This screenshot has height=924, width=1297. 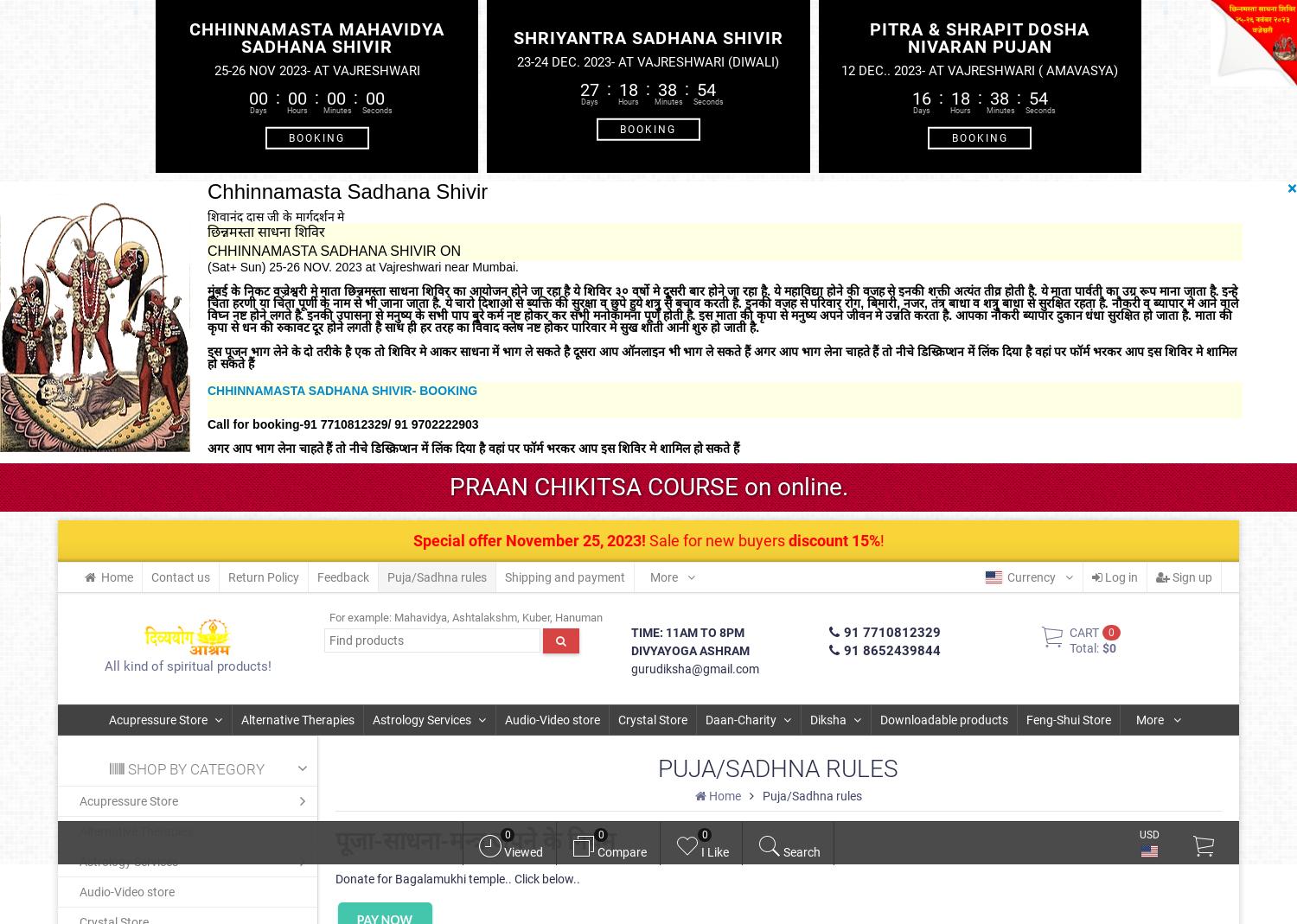 What do you see at coordinates (646, 35) in the screenshot?
I see `'SHRIYANTRA SADHANA SHIVIR'` at bounding box center [646, 35].